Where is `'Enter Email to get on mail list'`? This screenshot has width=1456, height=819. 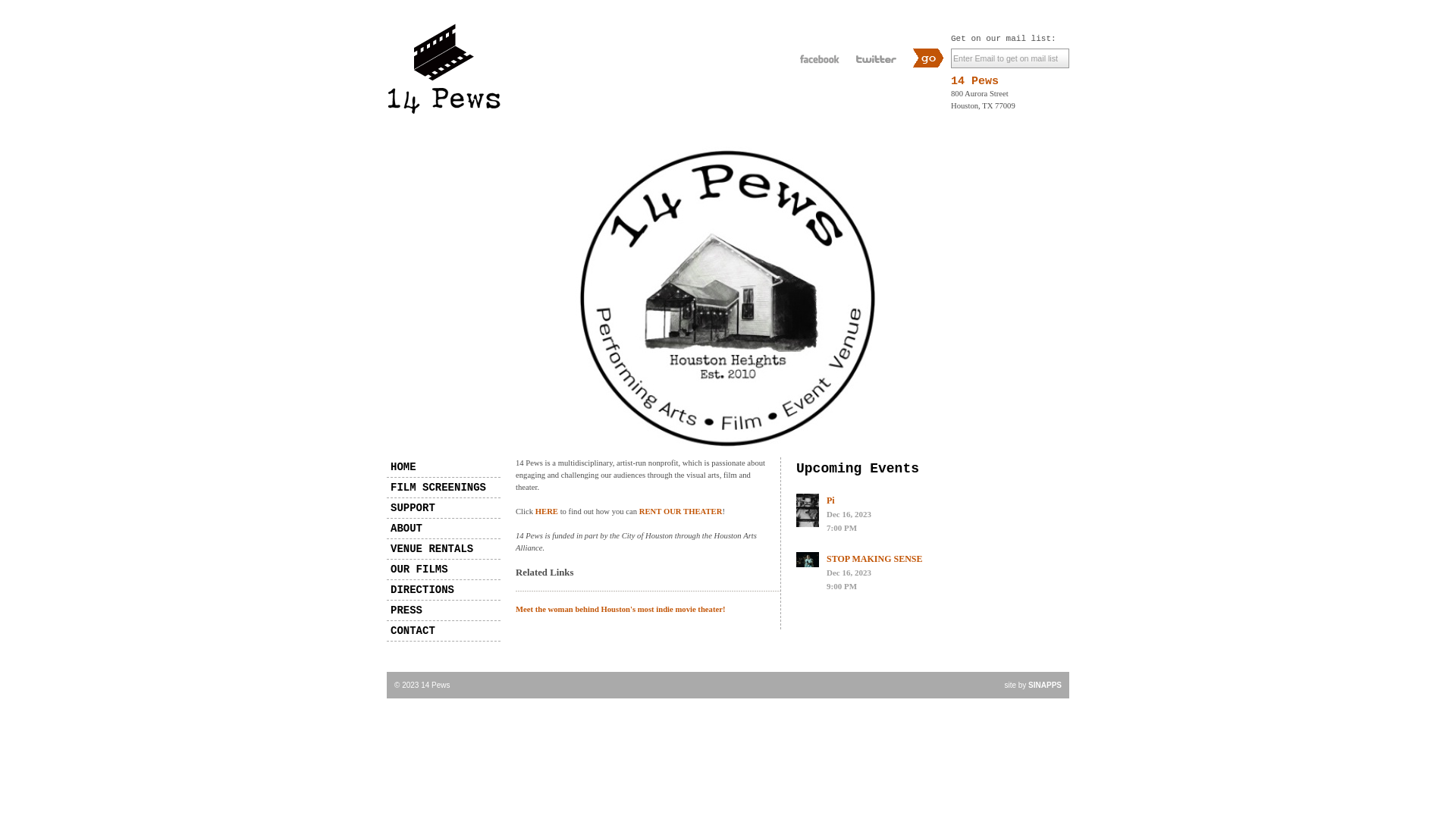 'Enter Email to get on mail list' is located at coordinates (1009, 58).